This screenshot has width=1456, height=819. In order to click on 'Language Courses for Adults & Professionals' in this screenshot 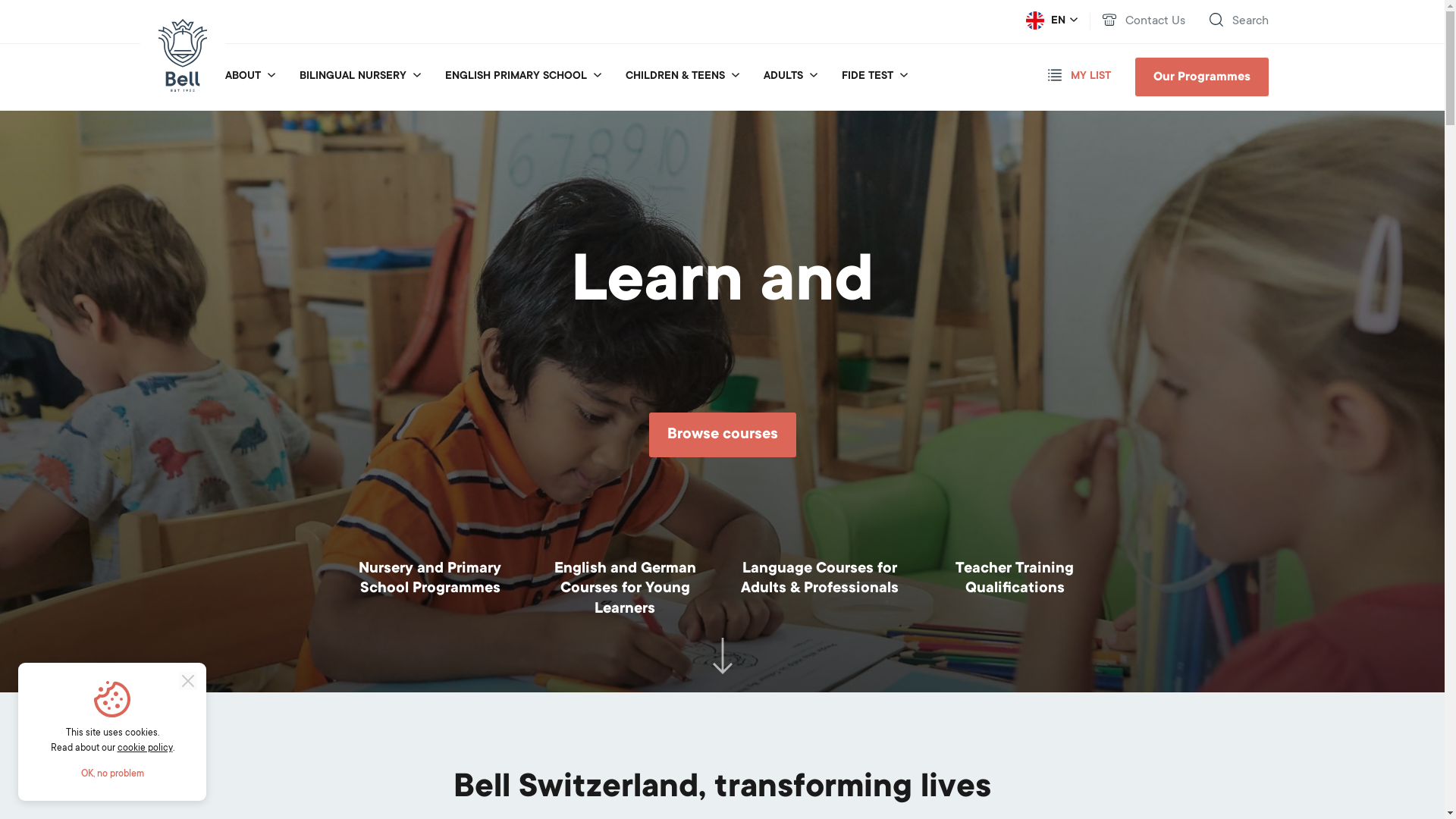, I will do `click(818, 579)`.